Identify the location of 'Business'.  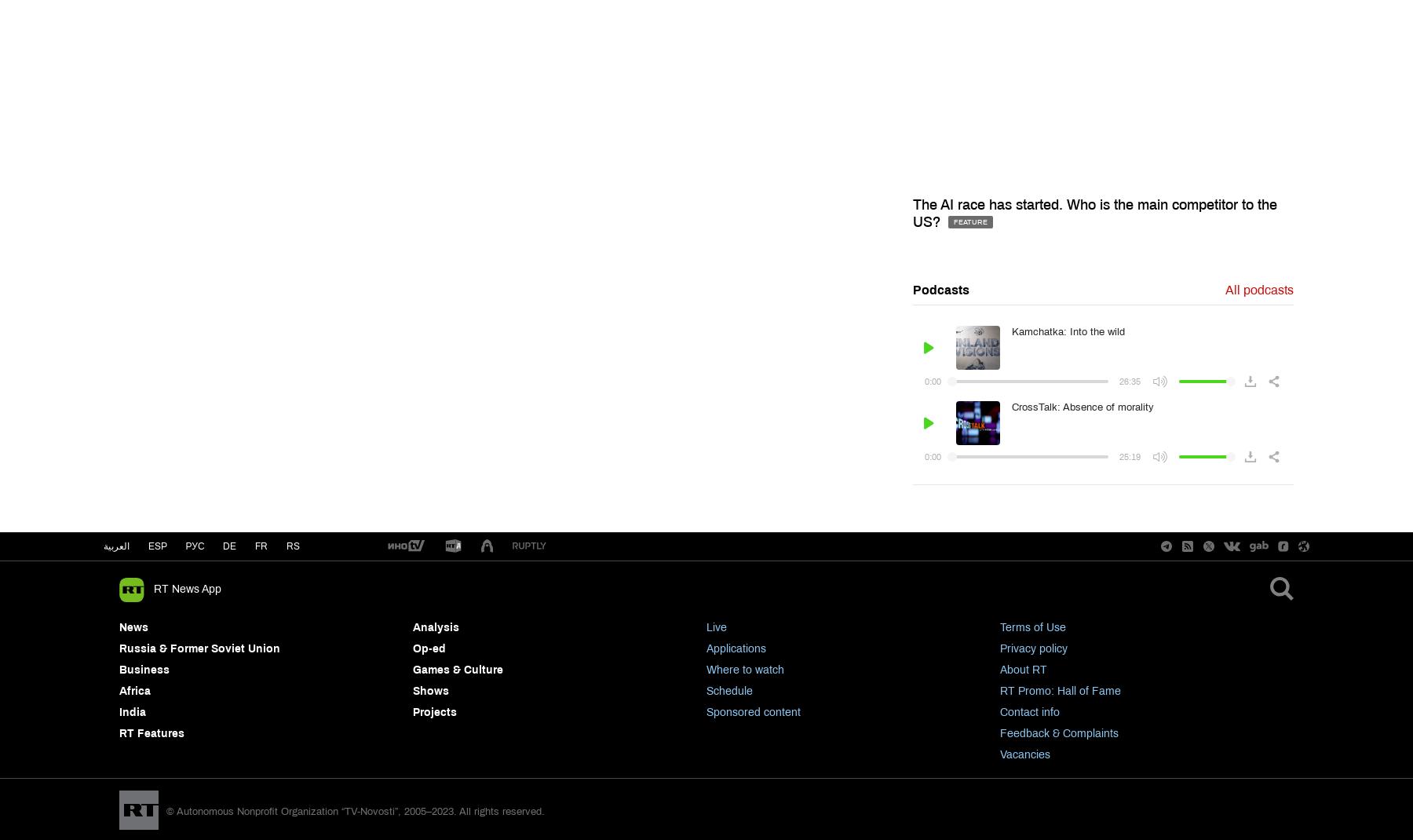
(144, 670).